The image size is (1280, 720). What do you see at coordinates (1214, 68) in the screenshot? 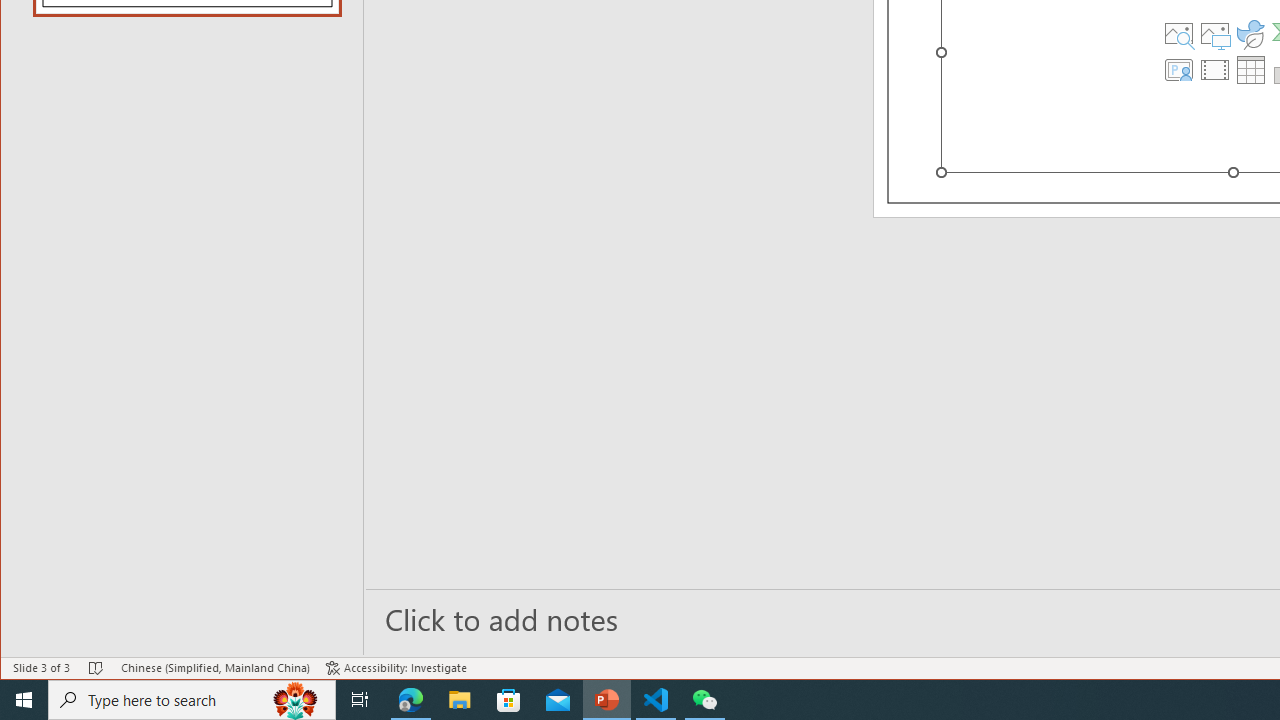
I see `'Insert Video'` at bounding box center [1214, 68].